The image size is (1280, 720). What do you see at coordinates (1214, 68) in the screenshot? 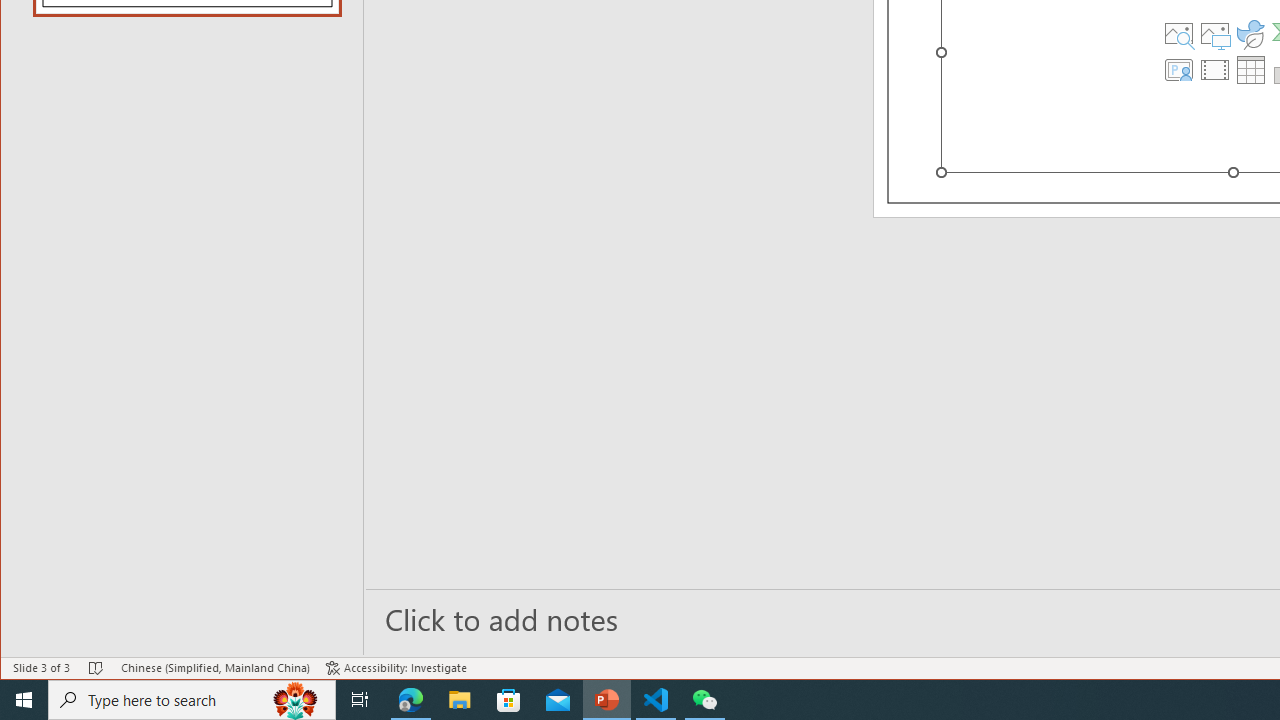
I see `'Insert Video'` at bounding box center [1214, 68].